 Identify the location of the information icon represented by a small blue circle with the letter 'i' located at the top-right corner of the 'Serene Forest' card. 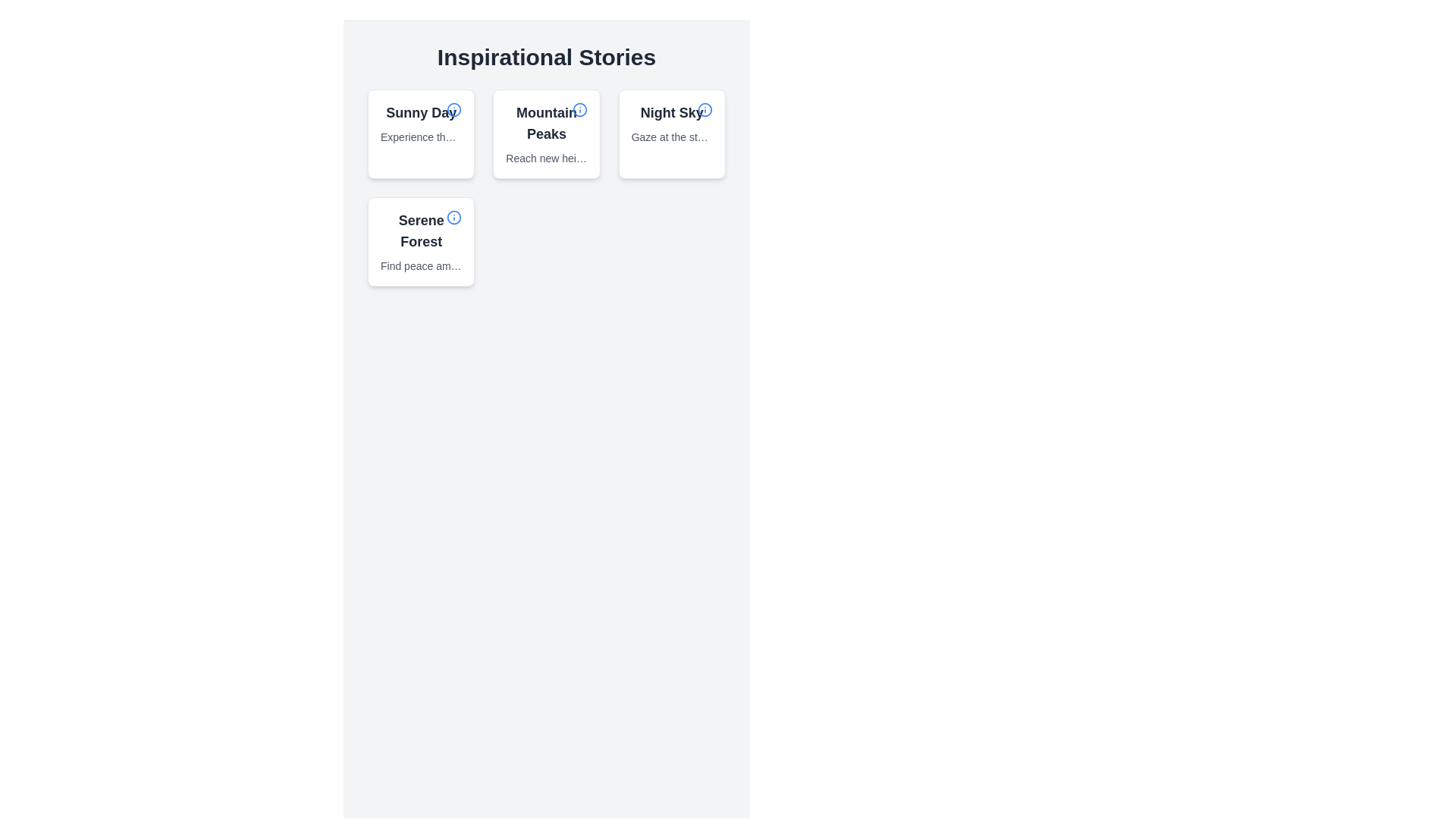
(453, 217).